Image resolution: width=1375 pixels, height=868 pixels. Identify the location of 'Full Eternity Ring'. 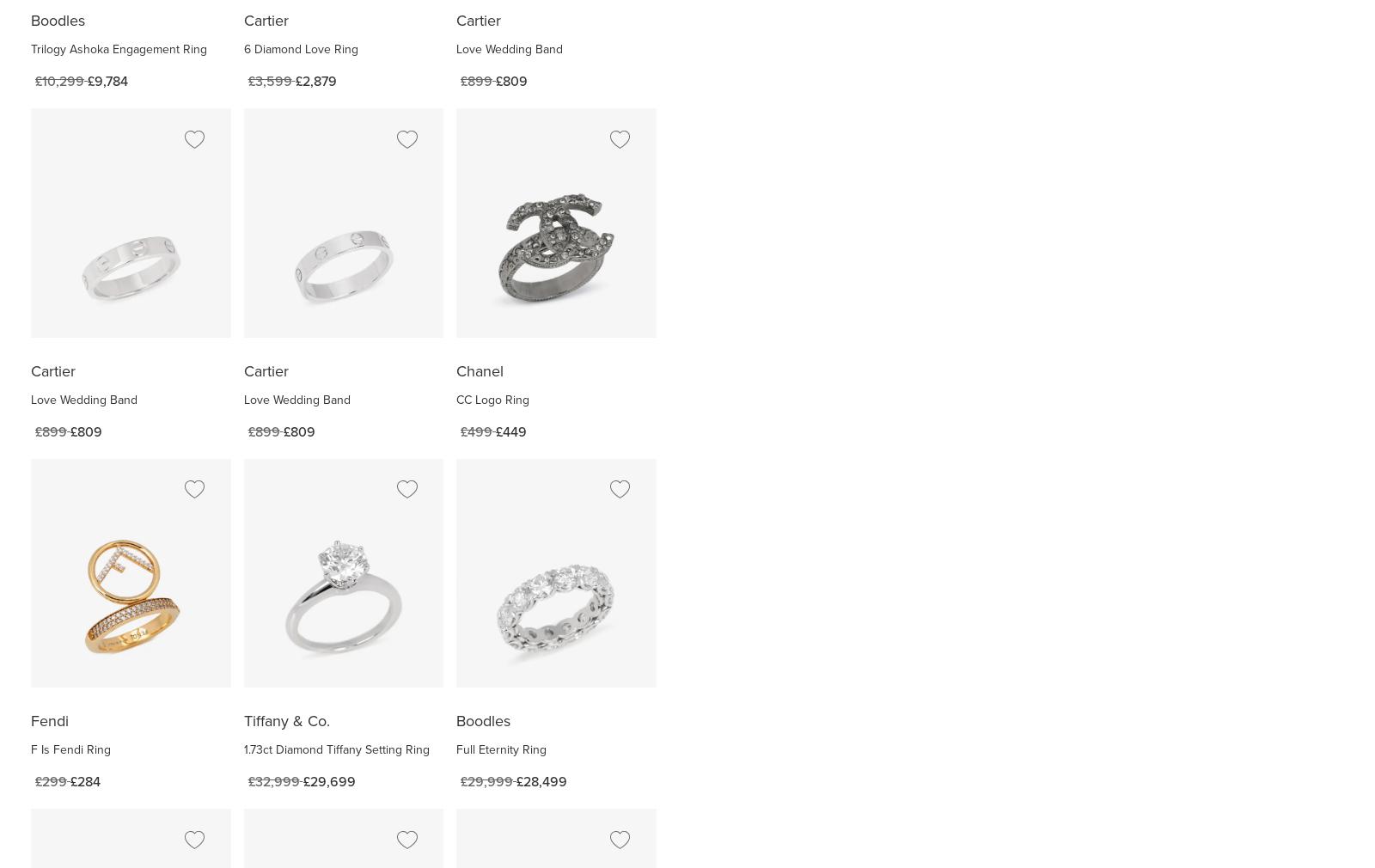
(455, 749).